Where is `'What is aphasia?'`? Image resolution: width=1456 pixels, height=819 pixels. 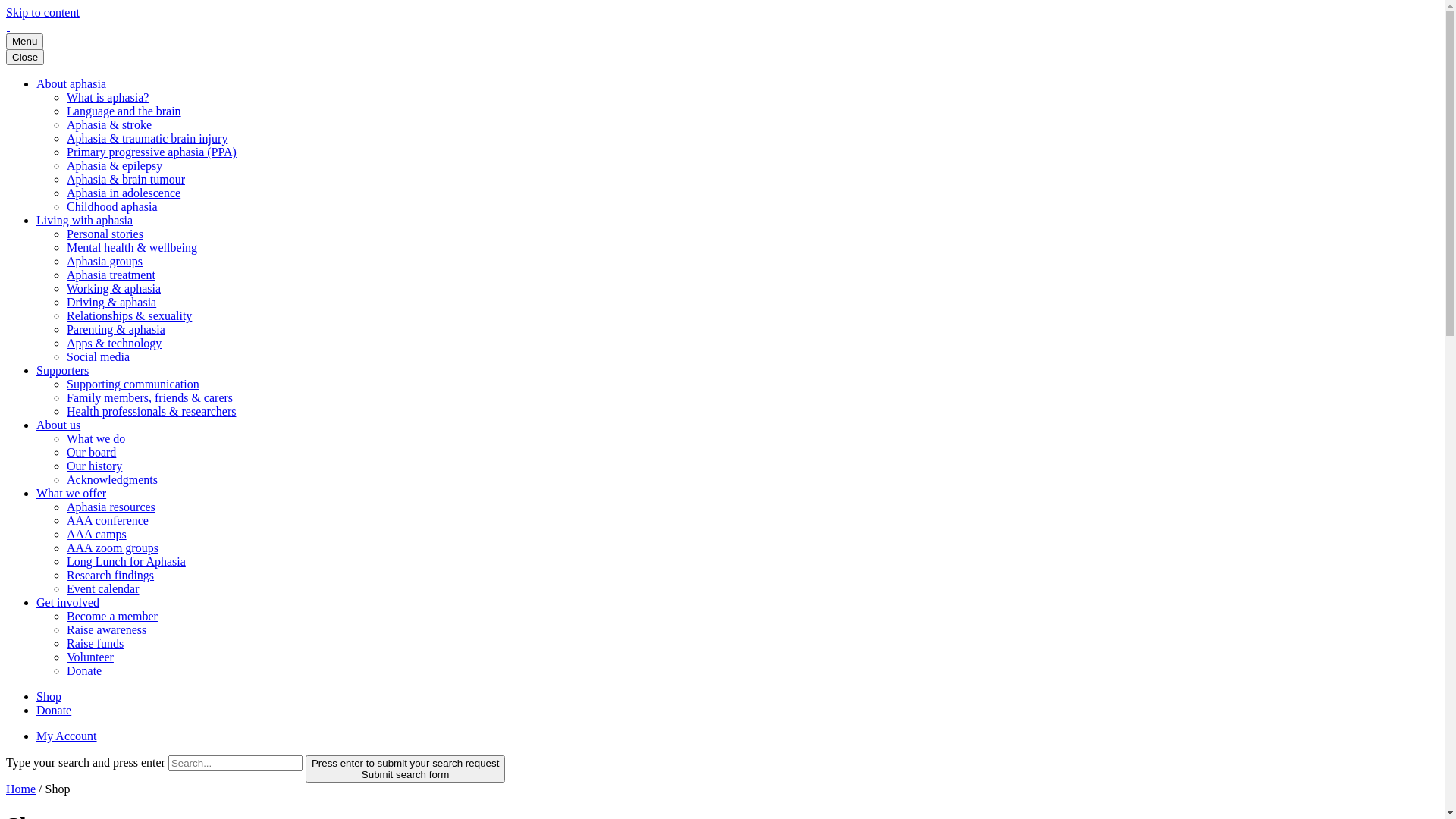
'What is aphasia?' is located at coordinates (107, 97).